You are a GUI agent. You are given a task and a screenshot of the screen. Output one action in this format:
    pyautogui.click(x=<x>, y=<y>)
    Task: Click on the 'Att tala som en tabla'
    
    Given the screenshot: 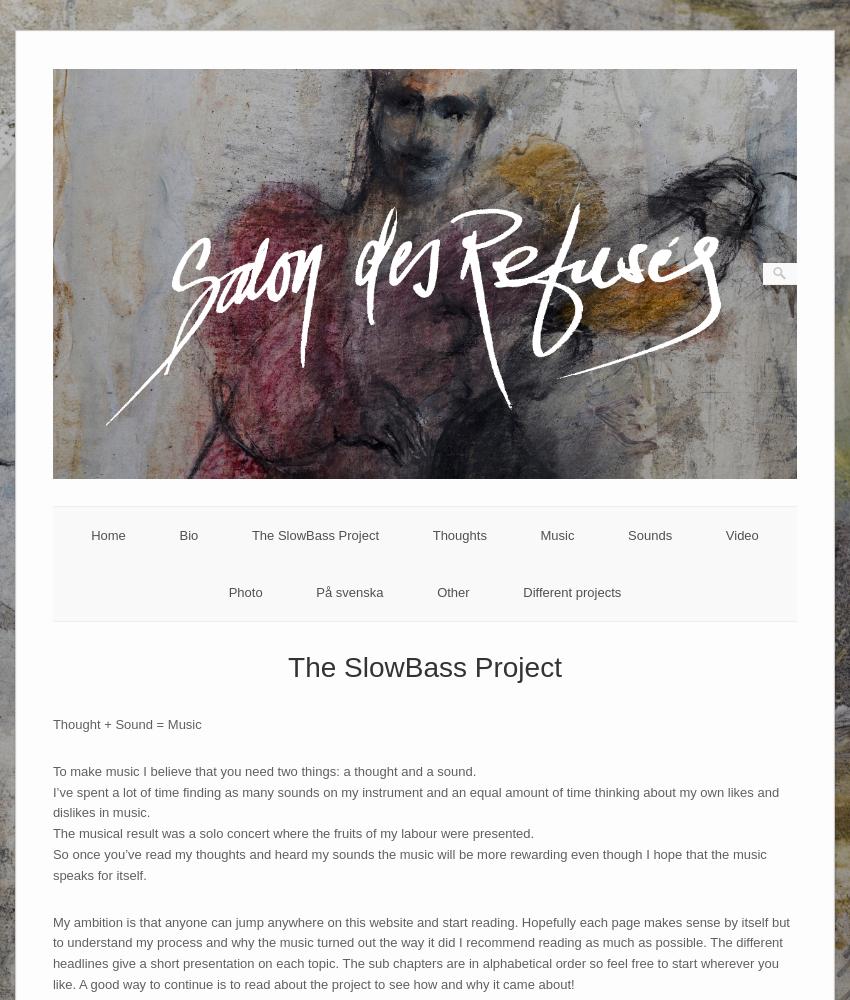 What is the action you would take?
    pyautogui.click(x=348, y=637)
    